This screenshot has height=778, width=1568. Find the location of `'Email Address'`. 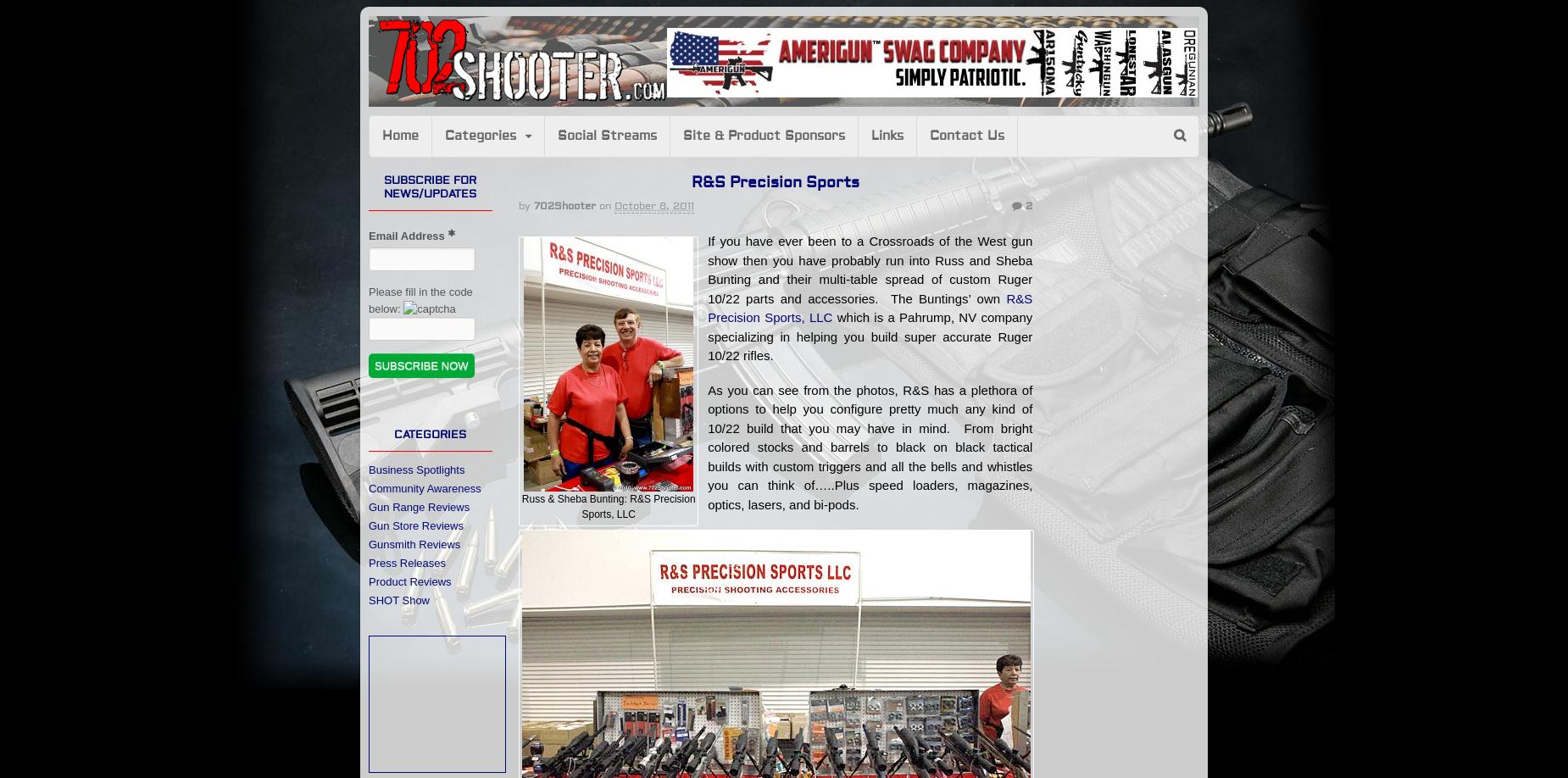

'Email Address' is located at coordinates (408, 234).